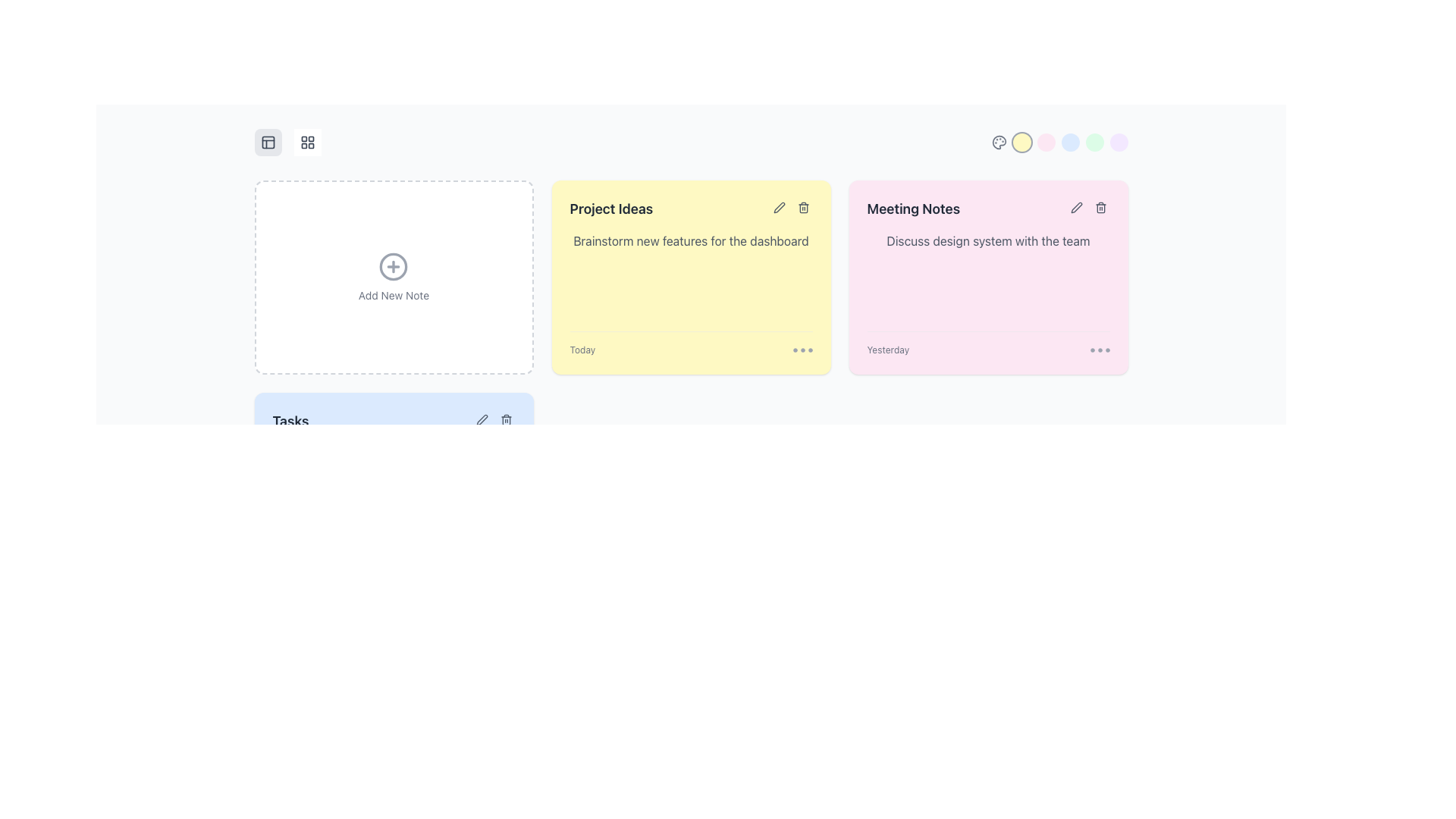 The height and width of the screenshot is (819, 1456). What do you see at coordinates (494, 420) in the screenshot?
I see `the group of interactive buttons or icons located to the right of the 'Tasks' header for tooltip or visual feedback` at bounding box center [494, 420].